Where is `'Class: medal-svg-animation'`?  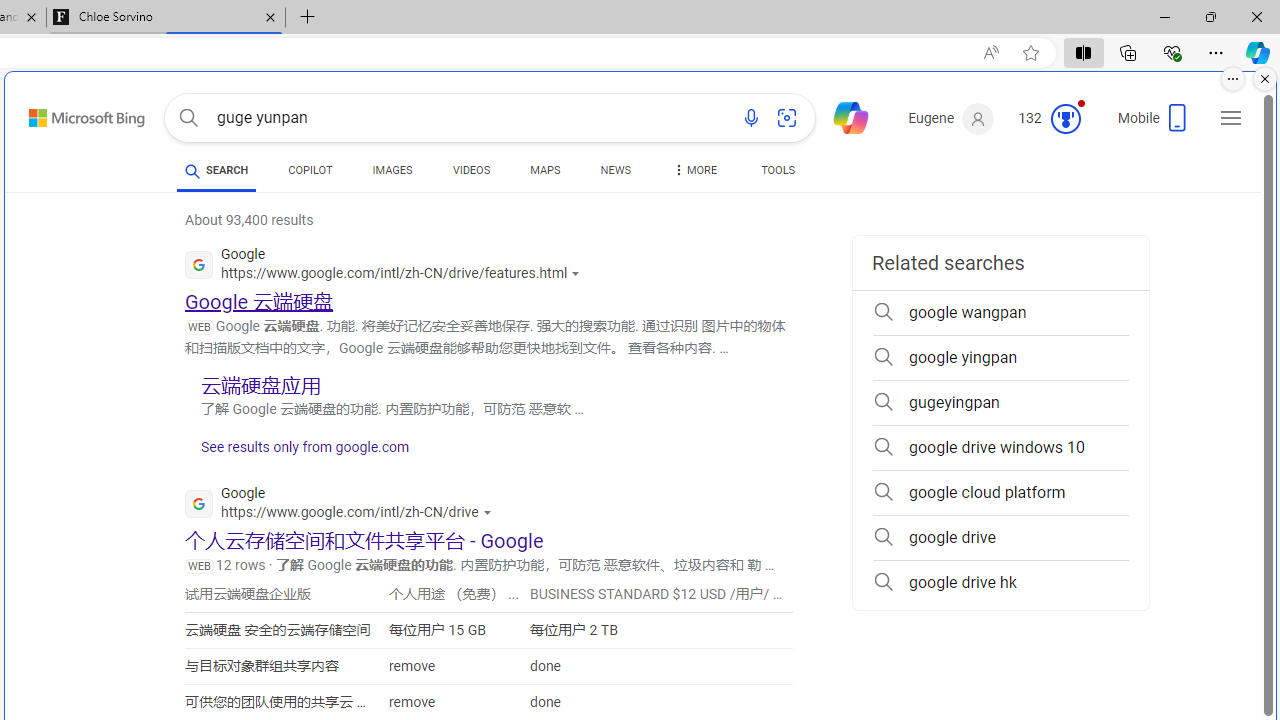 'Class: medal-svg-animation' is located at coordinates (1064, 119).